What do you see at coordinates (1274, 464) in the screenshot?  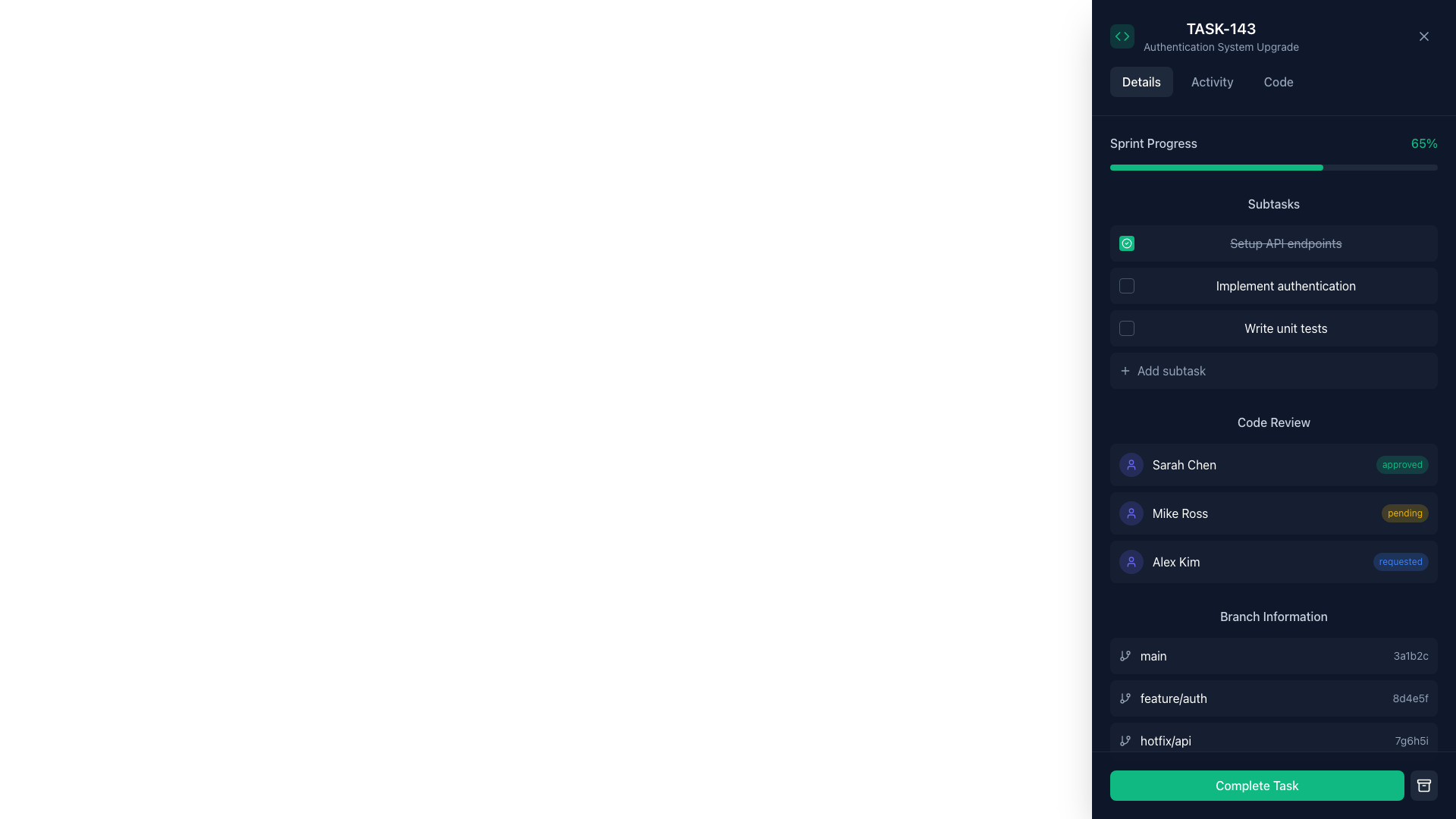 I see `the first card in the 'Code Review' section, which has a dark slate blue background and contains the user name 'Sarah Chen'` at bounding box center [1274, 464].